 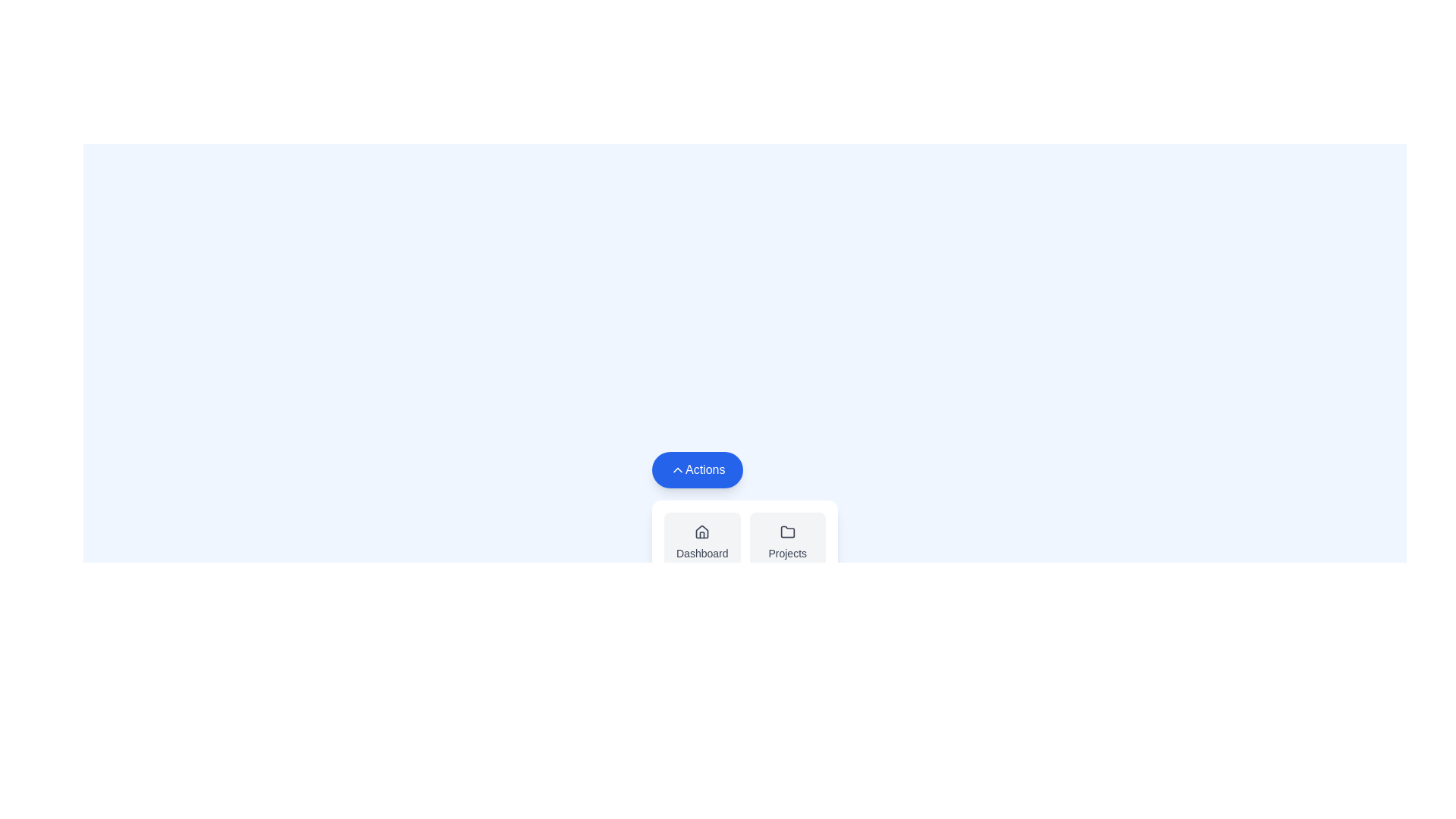 I want to click on the Dashboard option to observe its hover effect, so click(x=701, y=542).